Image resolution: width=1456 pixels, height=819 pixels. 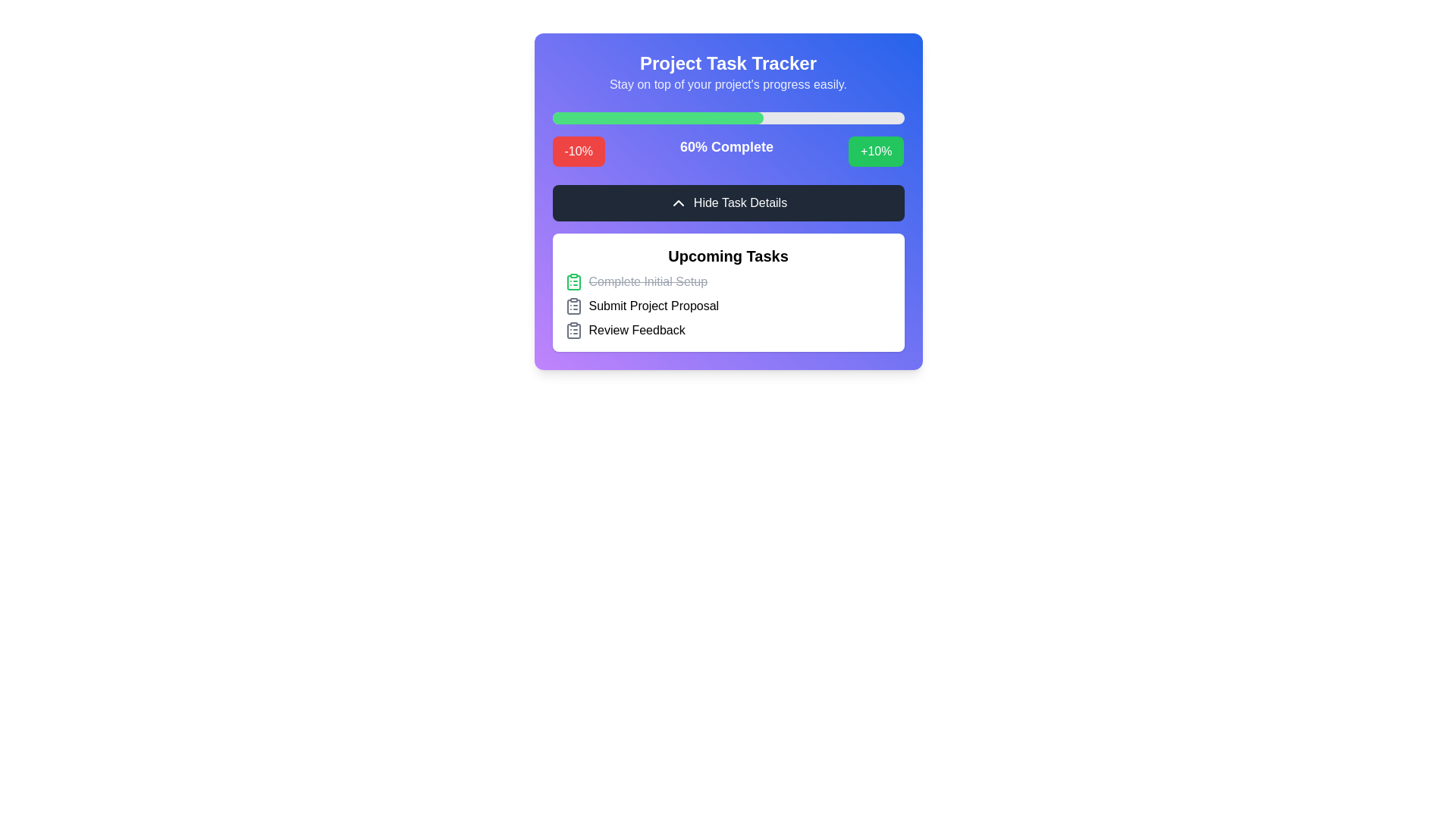 What do you see at coordinates (654, 306) in the screenshot?
I see `the text label that says 'Submit Project Proposal,' which is the second task in the list under the 'Upcoming Tasks' header` at bounding box center [654, 306].